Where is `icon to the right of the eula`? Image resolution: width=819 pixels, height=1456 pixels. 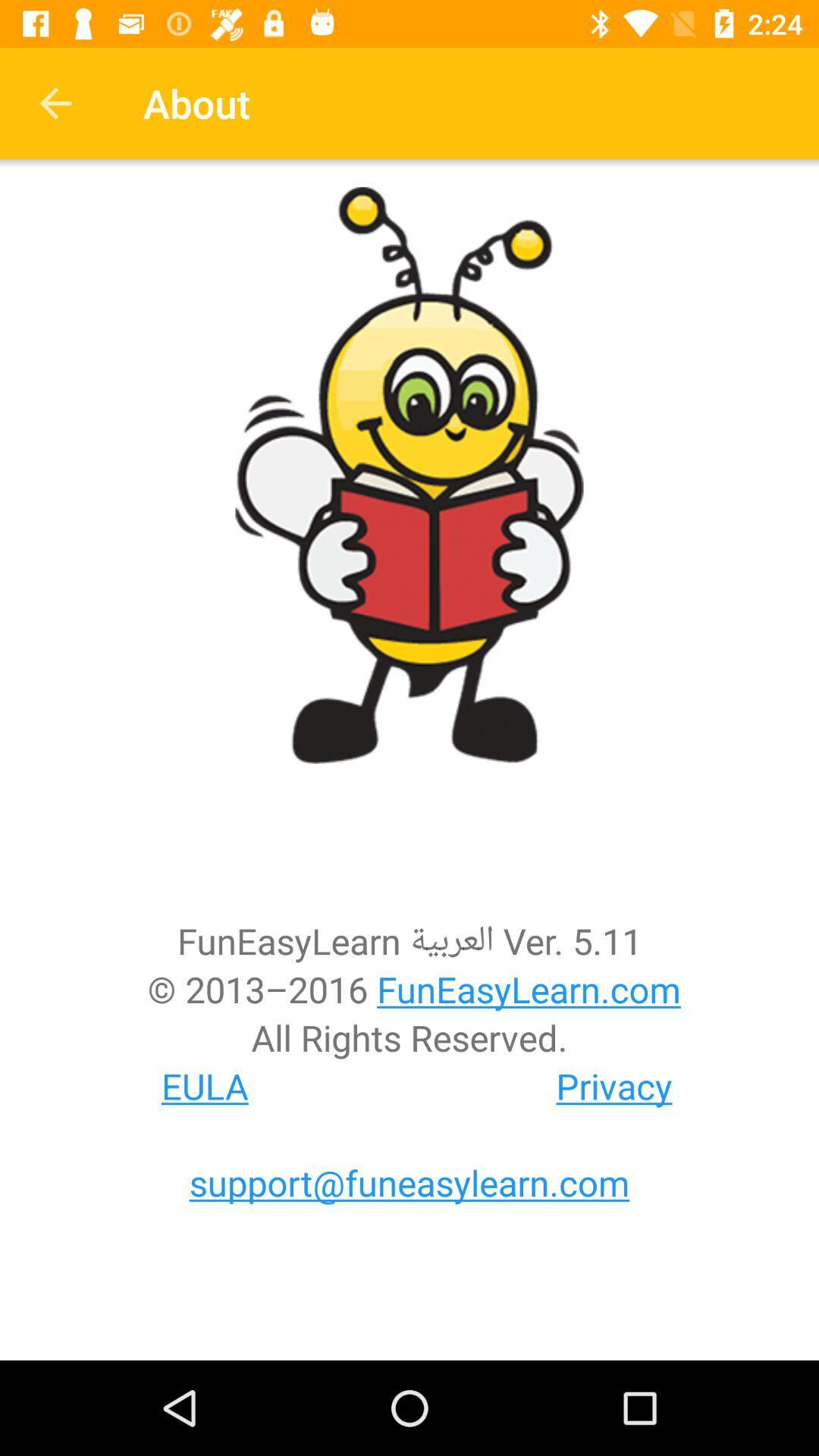
icon to the right of the eula is located at coordinates (614, 1085).